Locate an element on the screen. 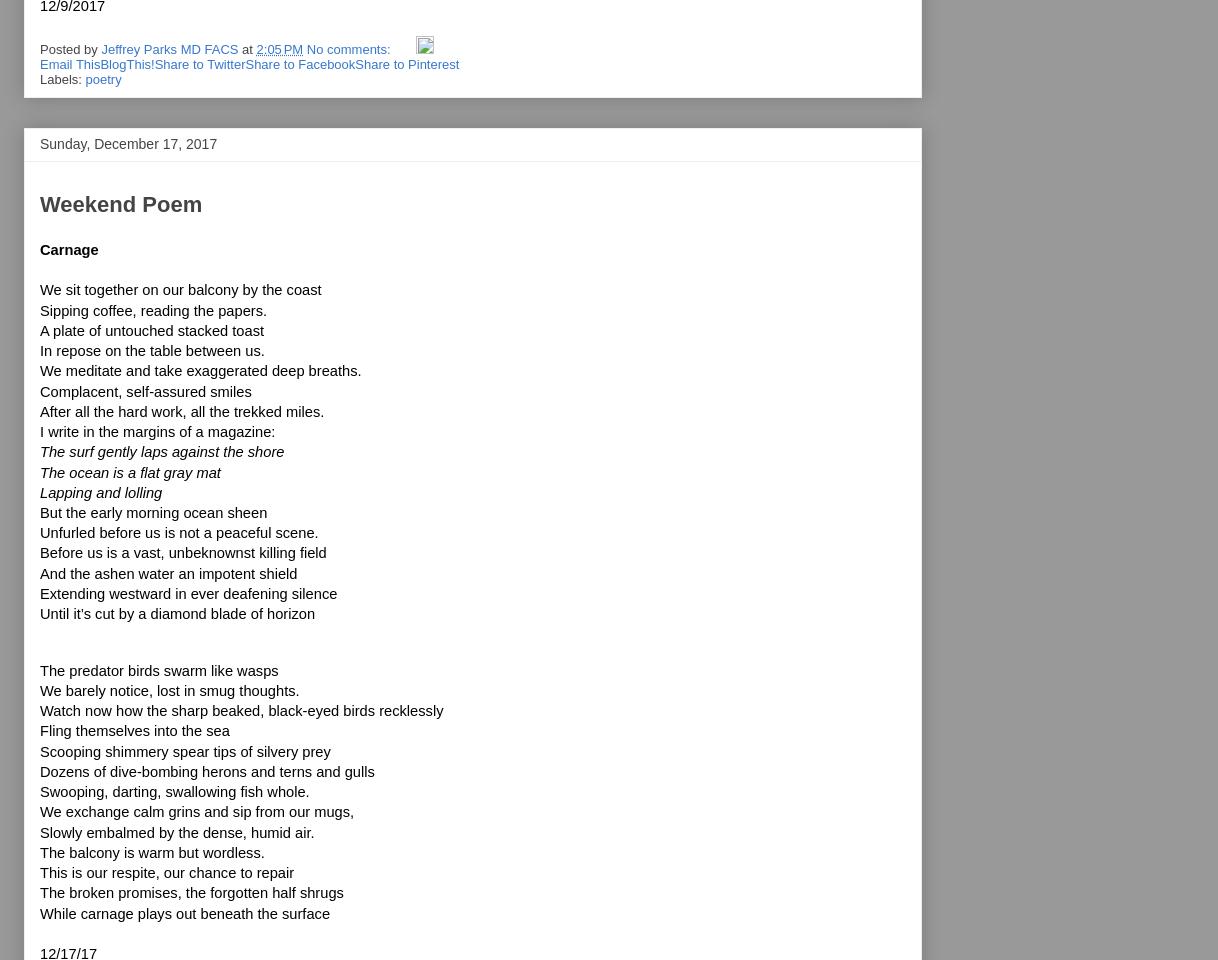 The height and width of the screenshot is (960, 1218). 'Slowly embalmed by the dense, humid air.' is located at coordinates (176, 832).